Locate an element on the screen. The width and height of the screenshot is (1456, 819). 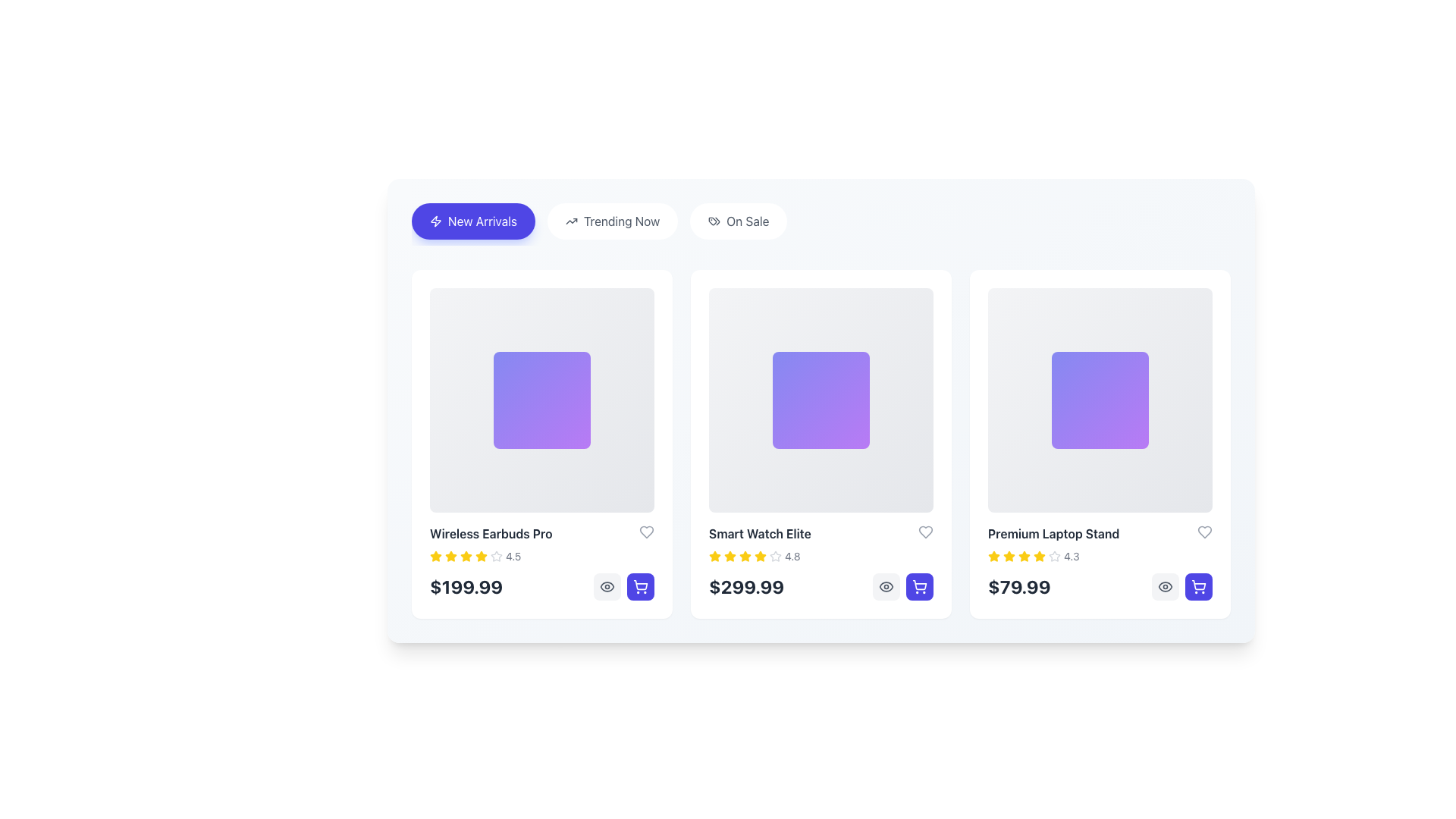
the text label reading 'Wireless Earbuds Pro', which is styled in bold dark gray and positioned in the first product card below the product image is located at coordinates (491, 533).